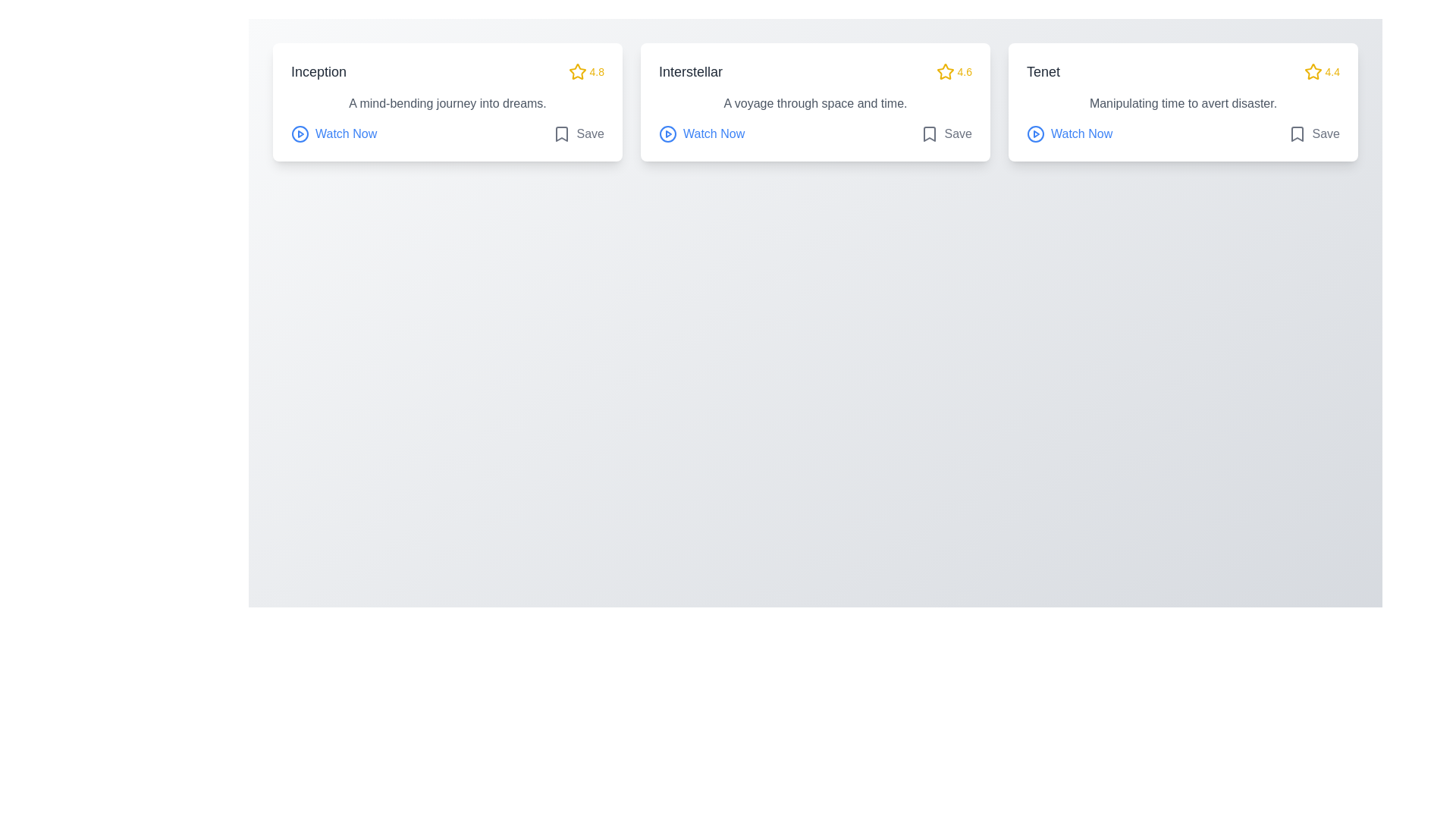 Image resolution: width=1456 pixels, height=819 pixels. I want to click on the SVG circle element that serves as the decorative boundary of the play button for the movie 'Tenet', so click(1035, 133).